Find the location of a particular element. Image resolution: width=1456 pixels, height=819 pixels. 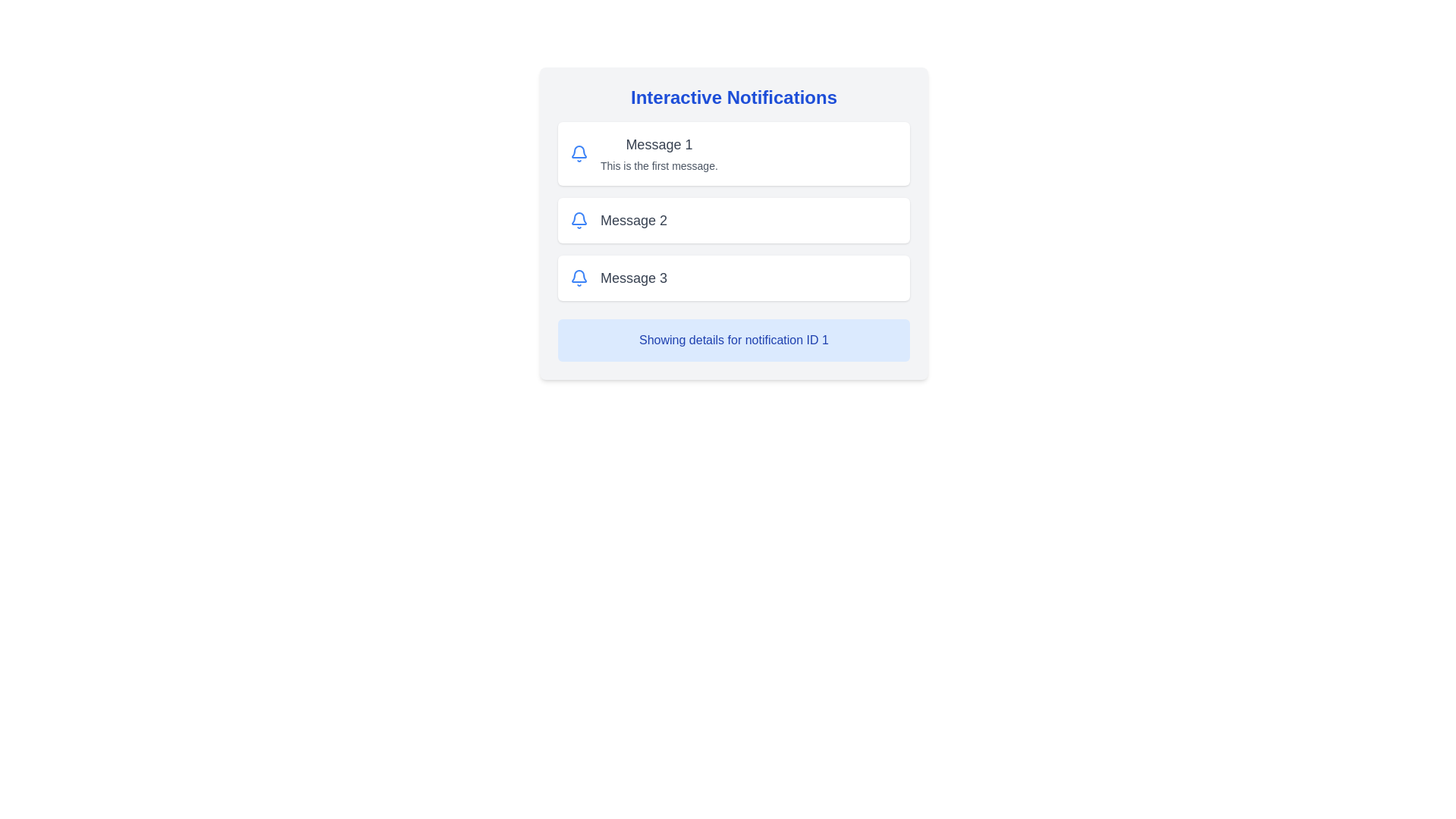

the message notification icon located in the upper-left corner of the second row next to 'Message 2' is located at coordinates (578, 220).